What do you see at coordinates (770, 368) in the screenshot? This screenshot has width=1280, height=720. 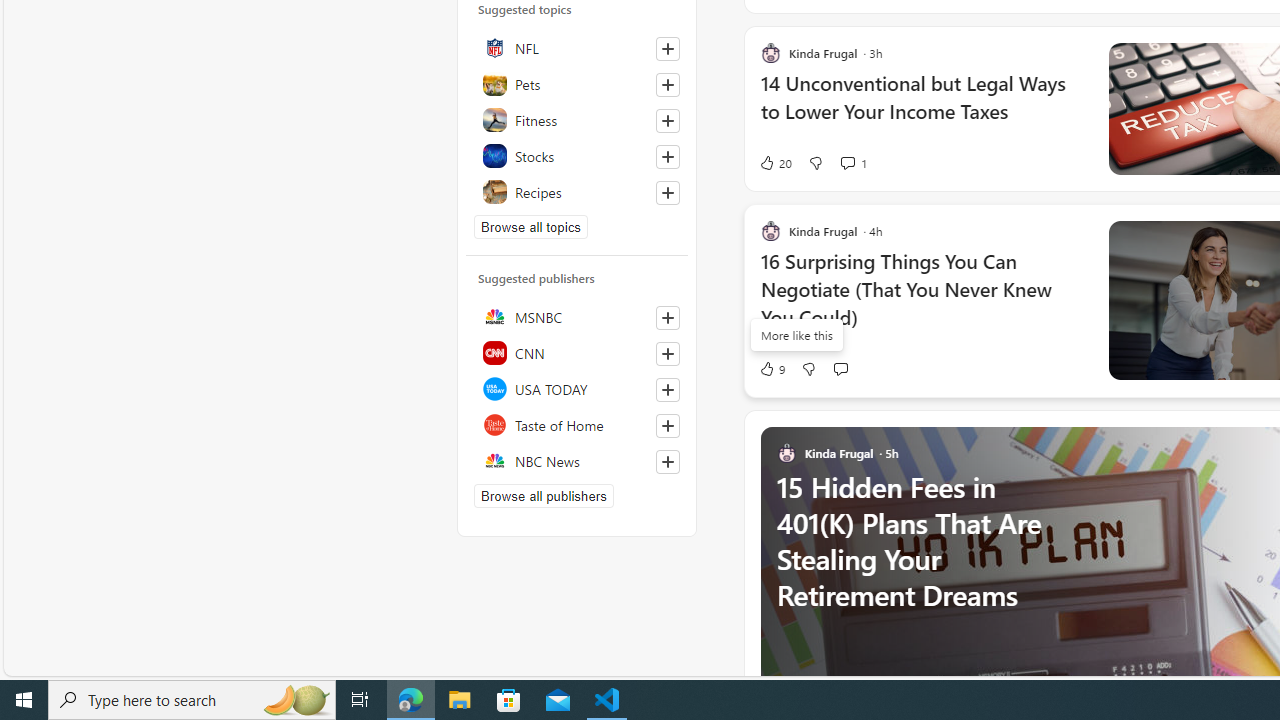 I see `'9 Like'` at bounding box center [770, 368].